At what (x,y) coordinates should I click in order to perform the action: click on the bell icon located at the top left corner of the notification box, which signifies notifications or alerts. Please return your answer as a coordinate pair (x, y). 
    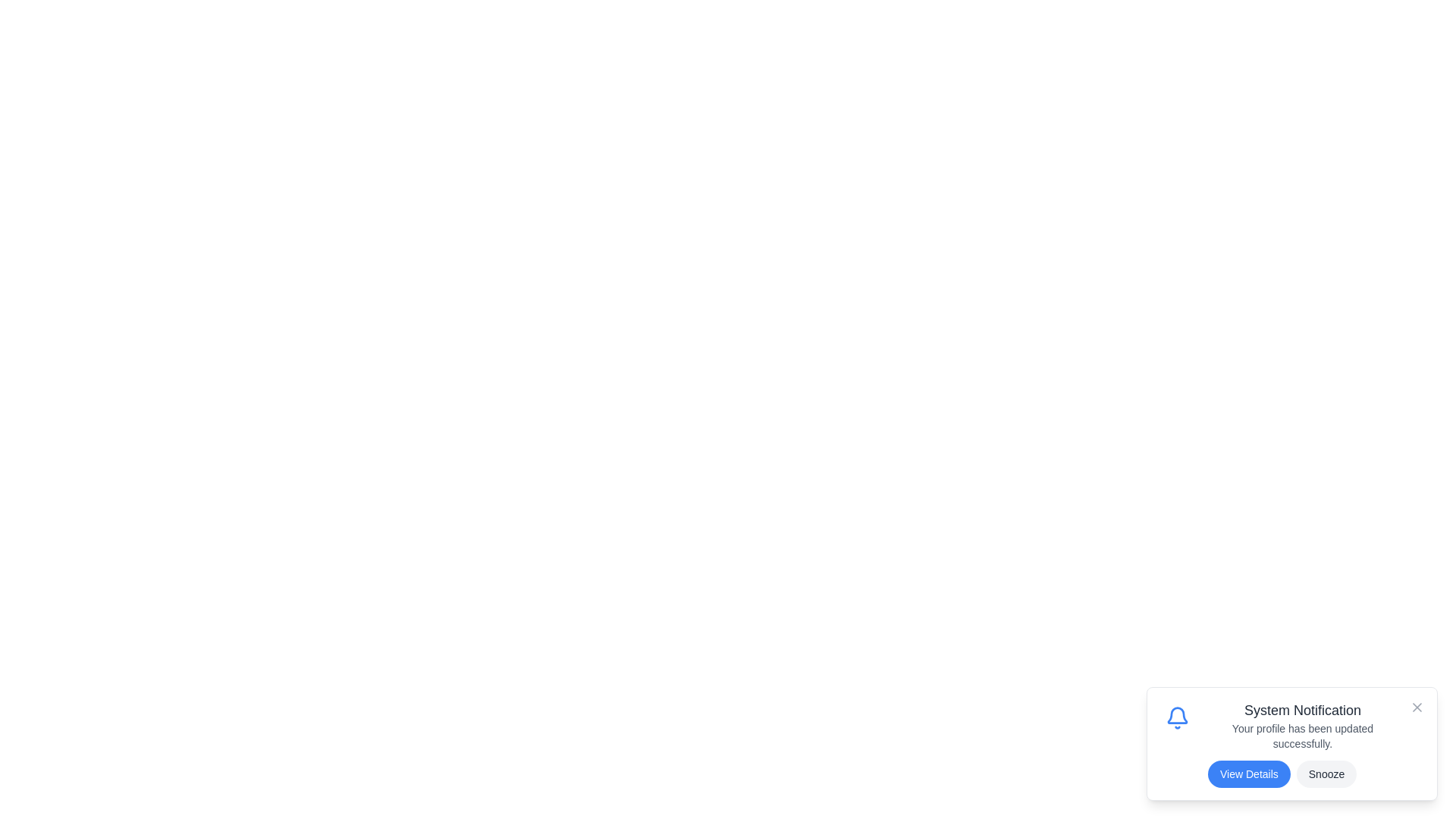
    Looking at the image, I should click on (1177, 717).